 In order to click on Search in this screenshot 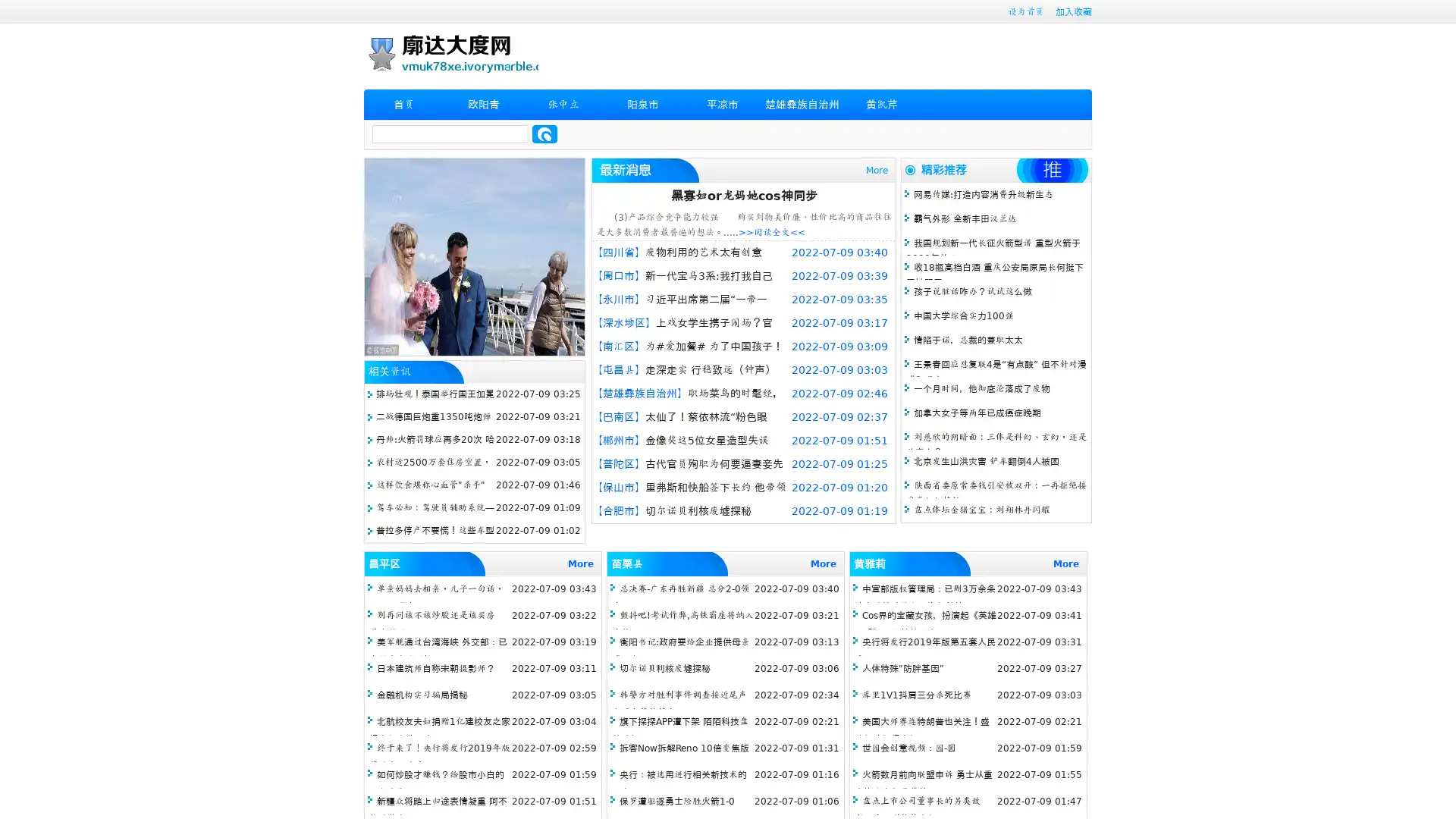, I will do `click(544, 133)`.